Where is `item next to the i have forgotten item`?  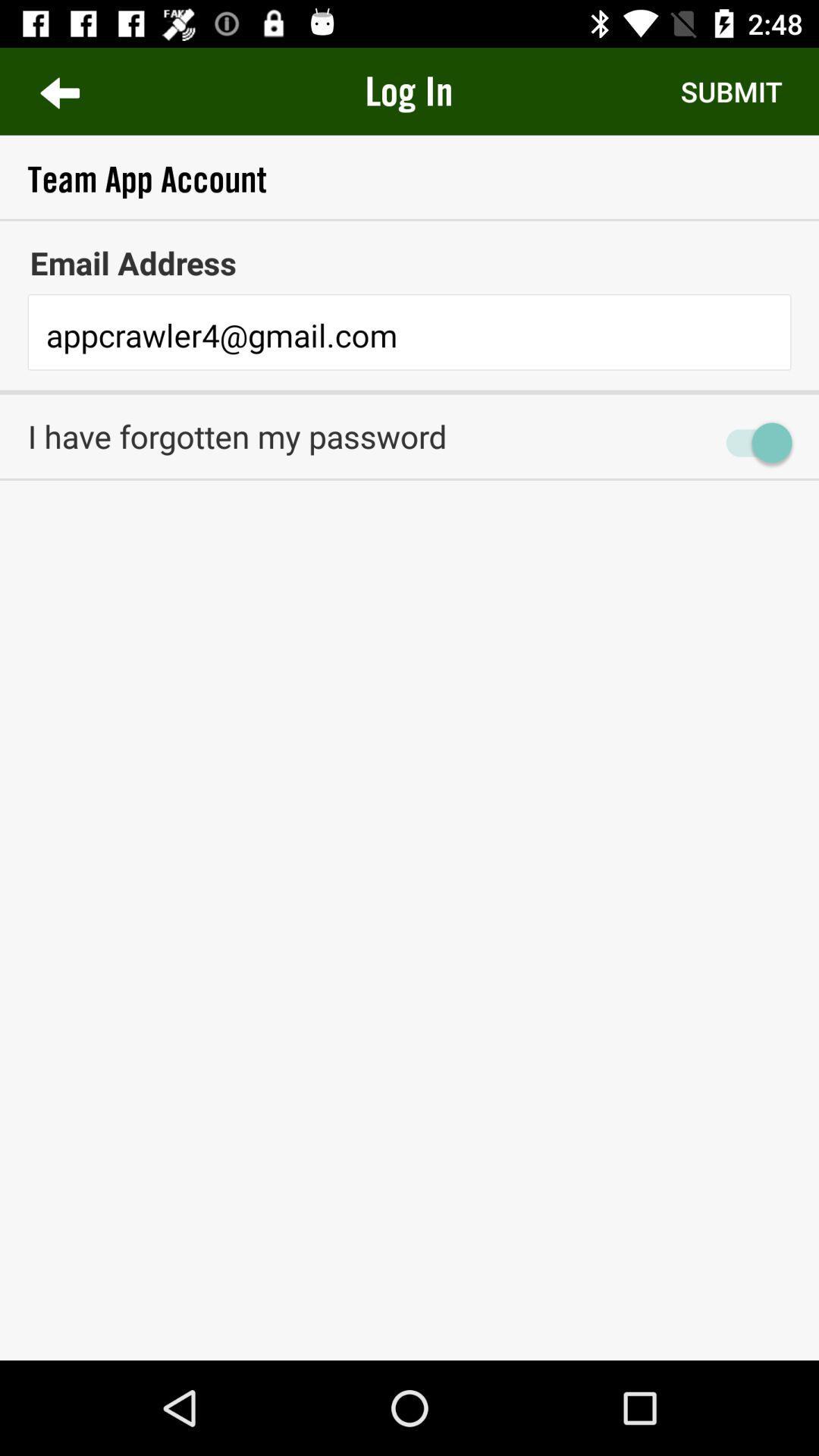
item next to the i have forgotten item is located at coordinates (752, 441).